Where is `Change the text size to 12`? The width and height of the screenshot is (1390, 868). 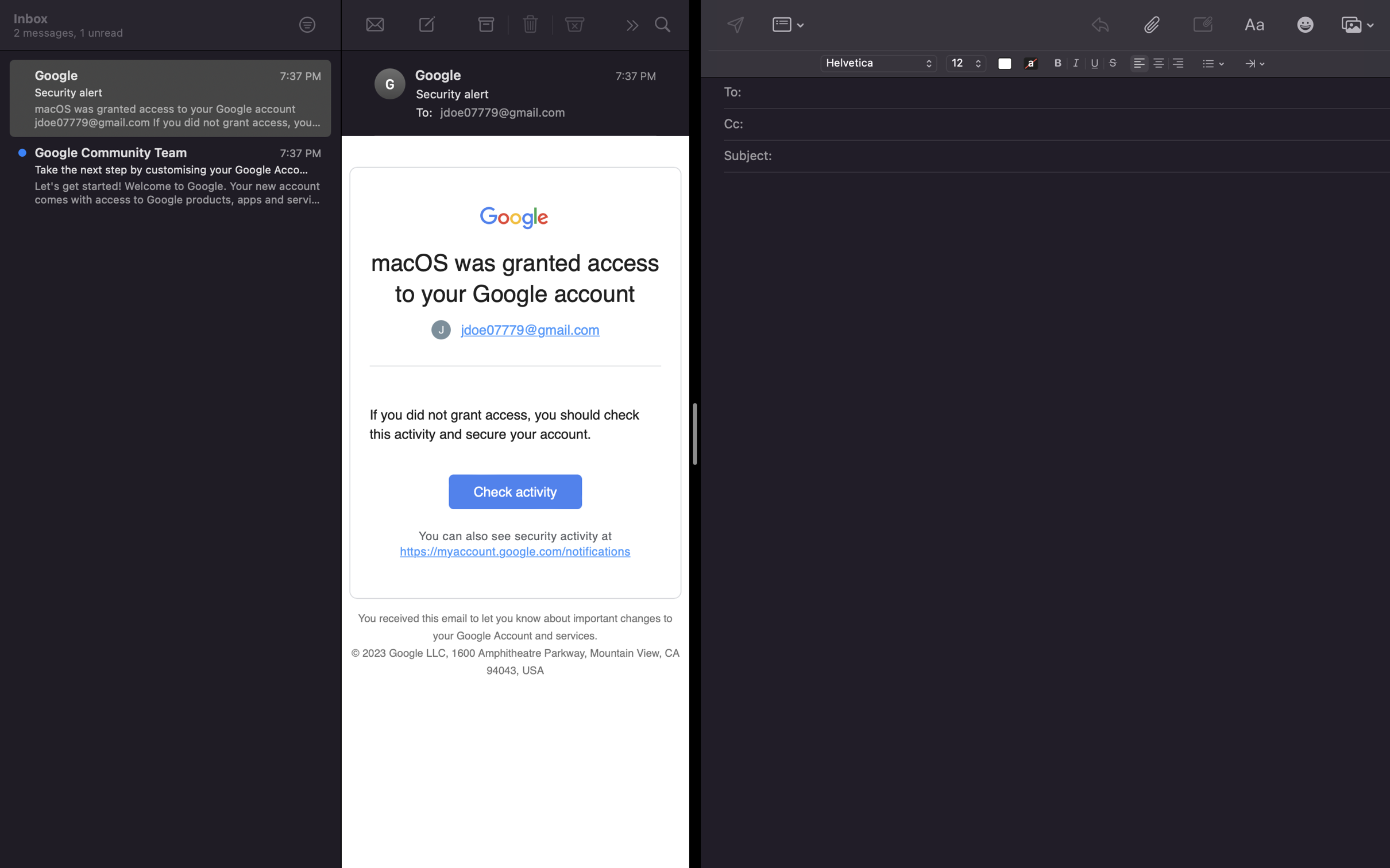 Change the text size to 12 is located at coordinates (966, 64).